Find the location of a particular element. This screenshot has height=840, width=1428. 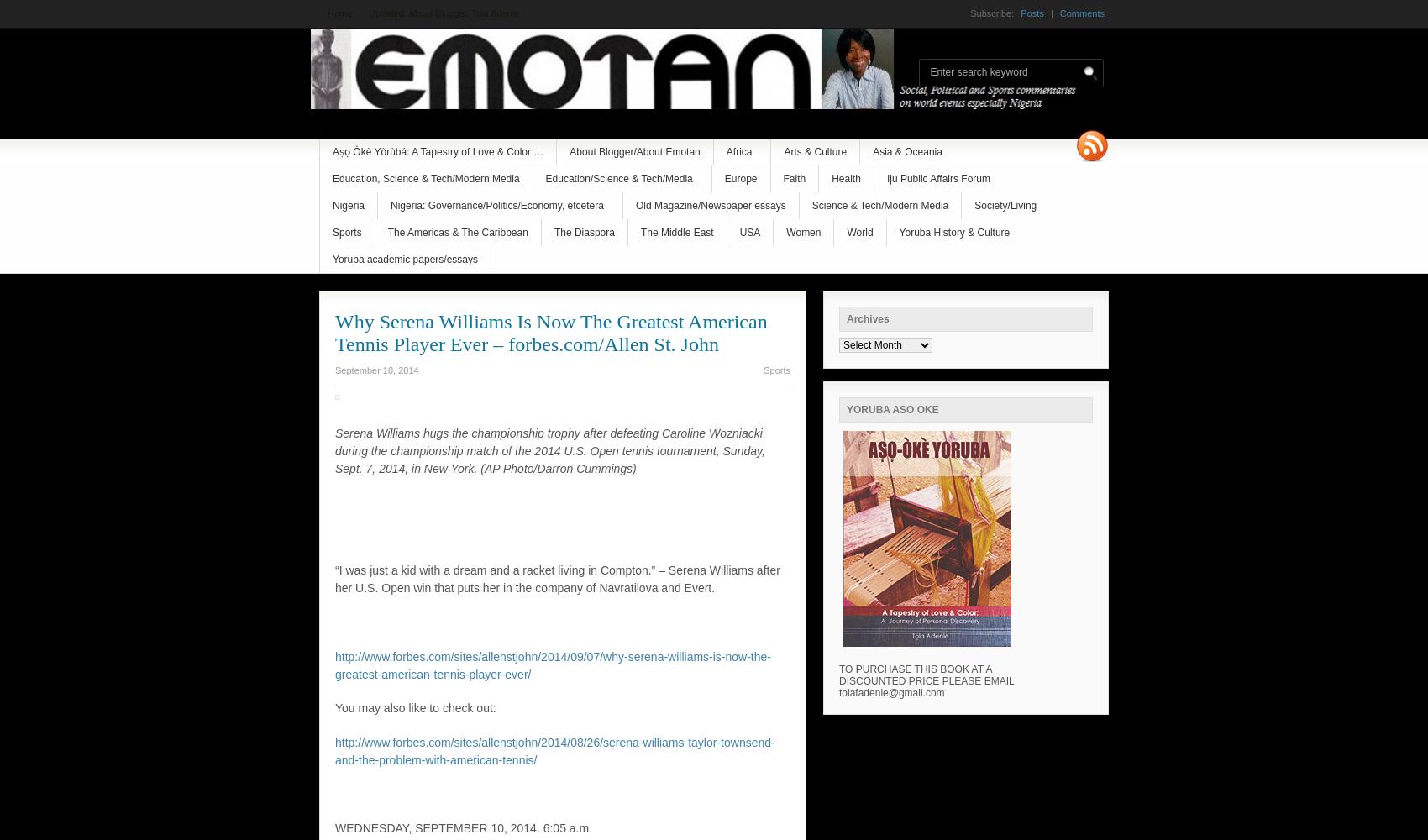

'Aṣọ Òkè Yòrùbá: A Tapestry of Love & Color …' is located at coordinates (438, 152).